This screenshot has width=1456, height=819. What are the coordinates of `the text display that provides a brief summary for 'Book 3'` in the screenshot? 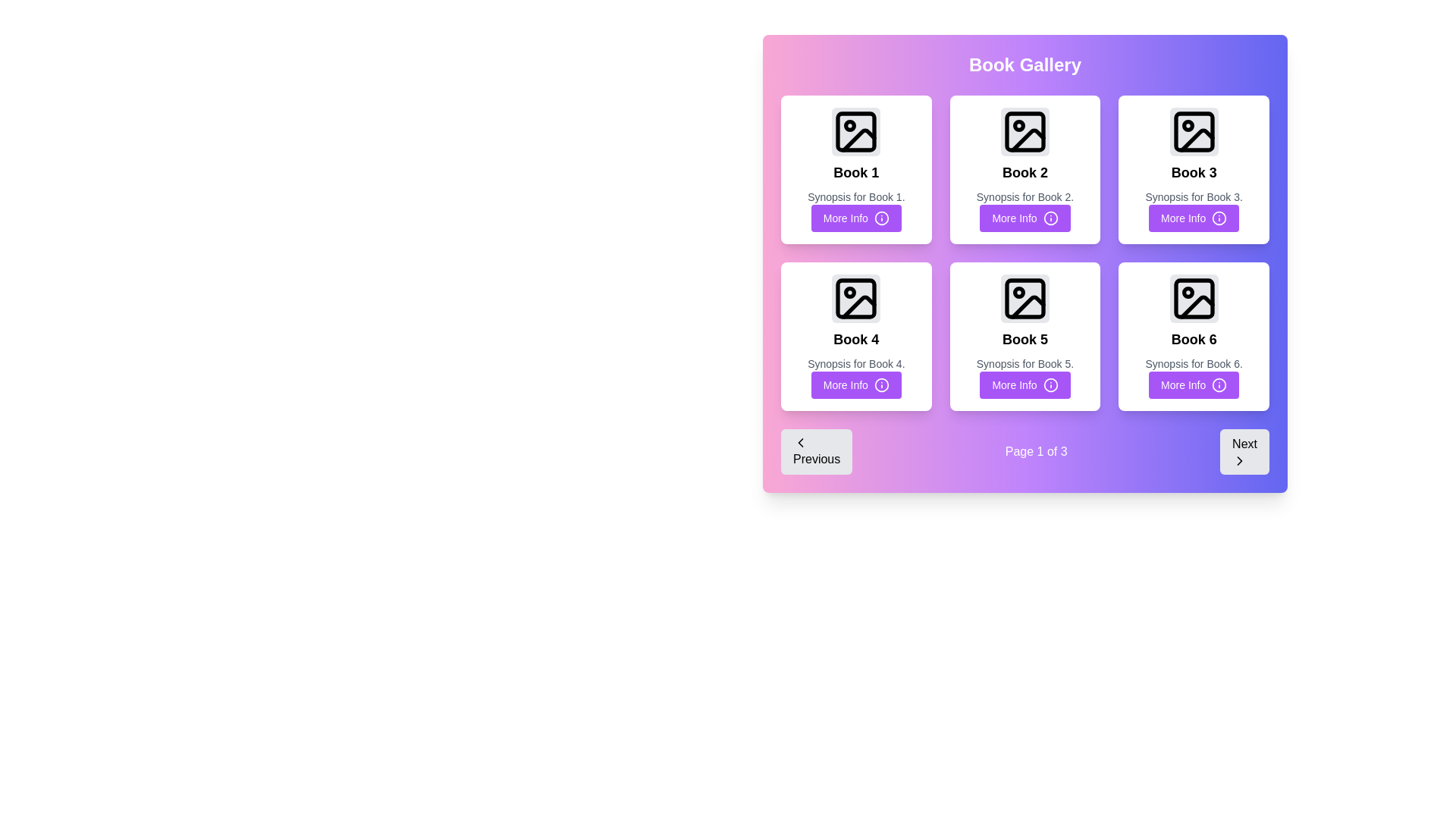 It's located at (1193, 196).